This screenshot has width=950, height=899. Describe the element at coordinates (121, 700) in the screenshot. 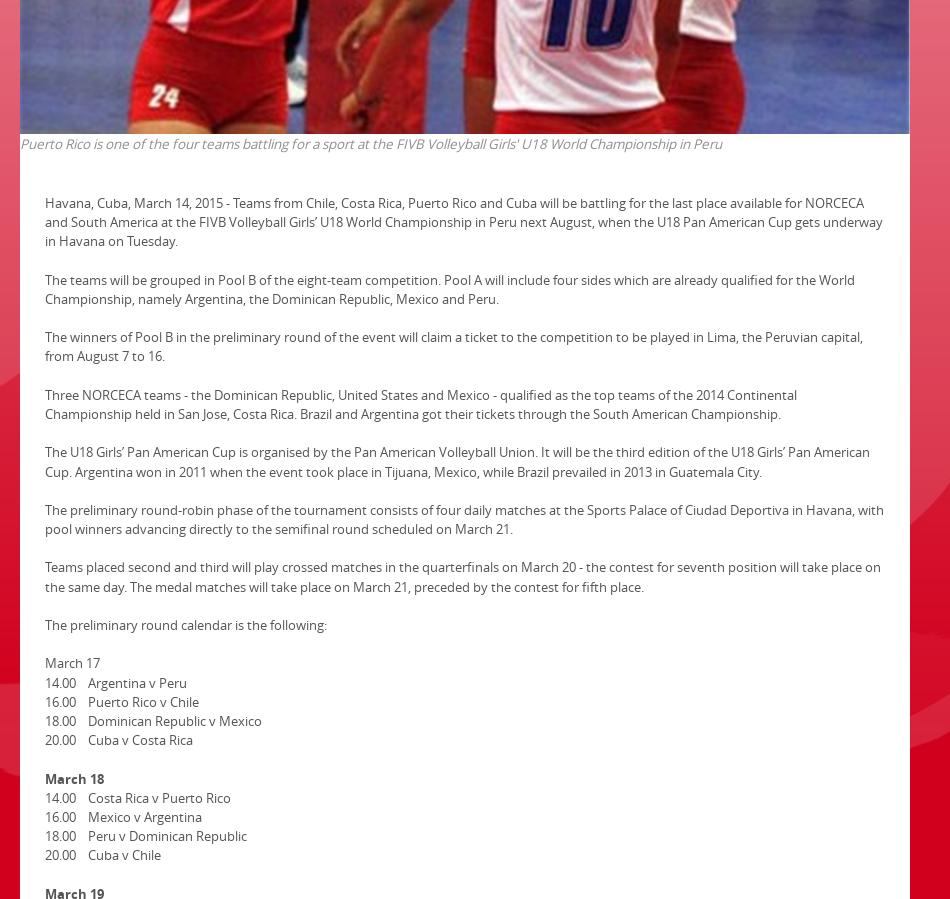

I see `'16.00    Puerto Rico v Chile'` at that location.